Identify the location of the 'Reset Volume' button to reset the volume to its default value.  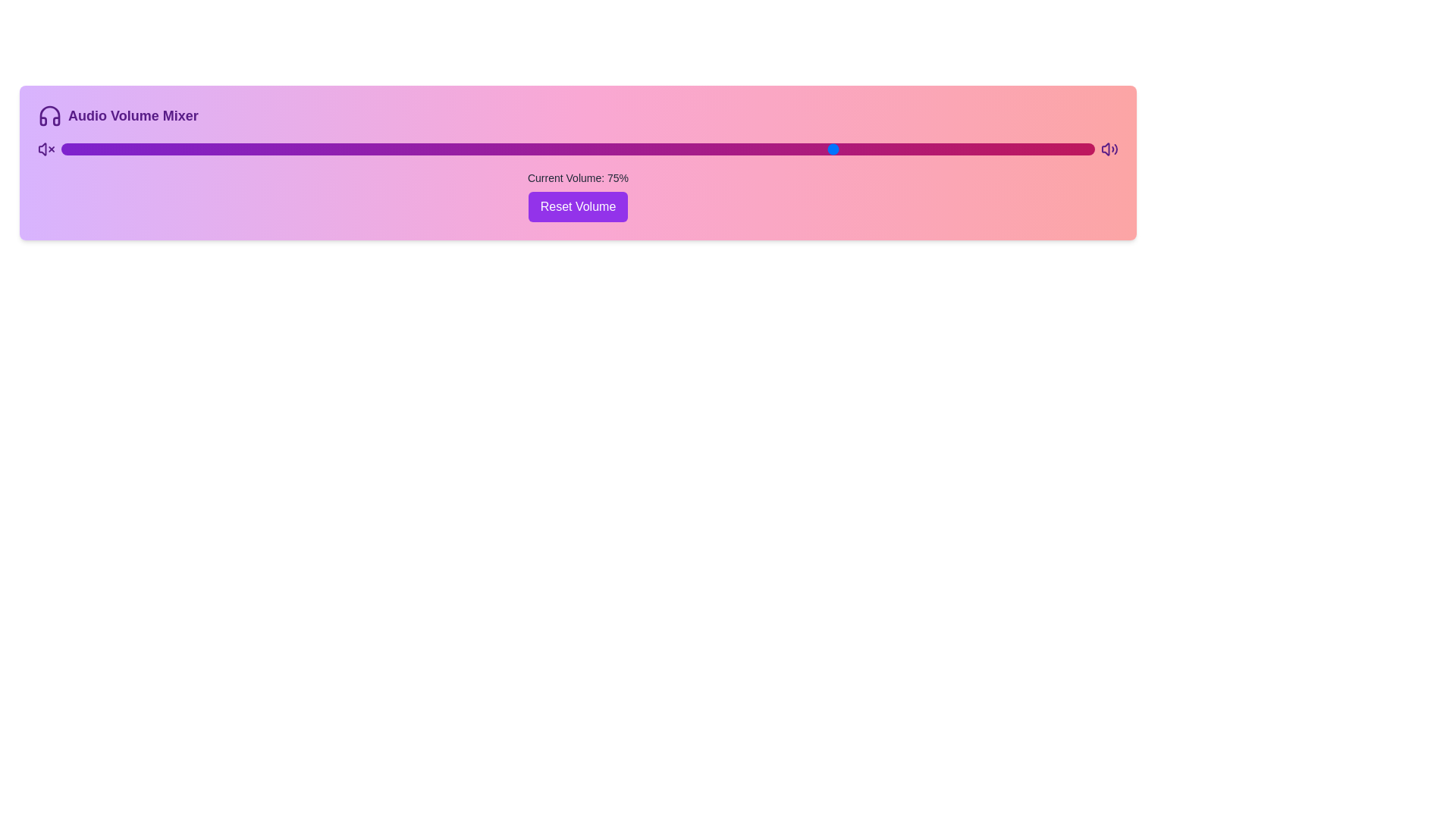
(577, 207).